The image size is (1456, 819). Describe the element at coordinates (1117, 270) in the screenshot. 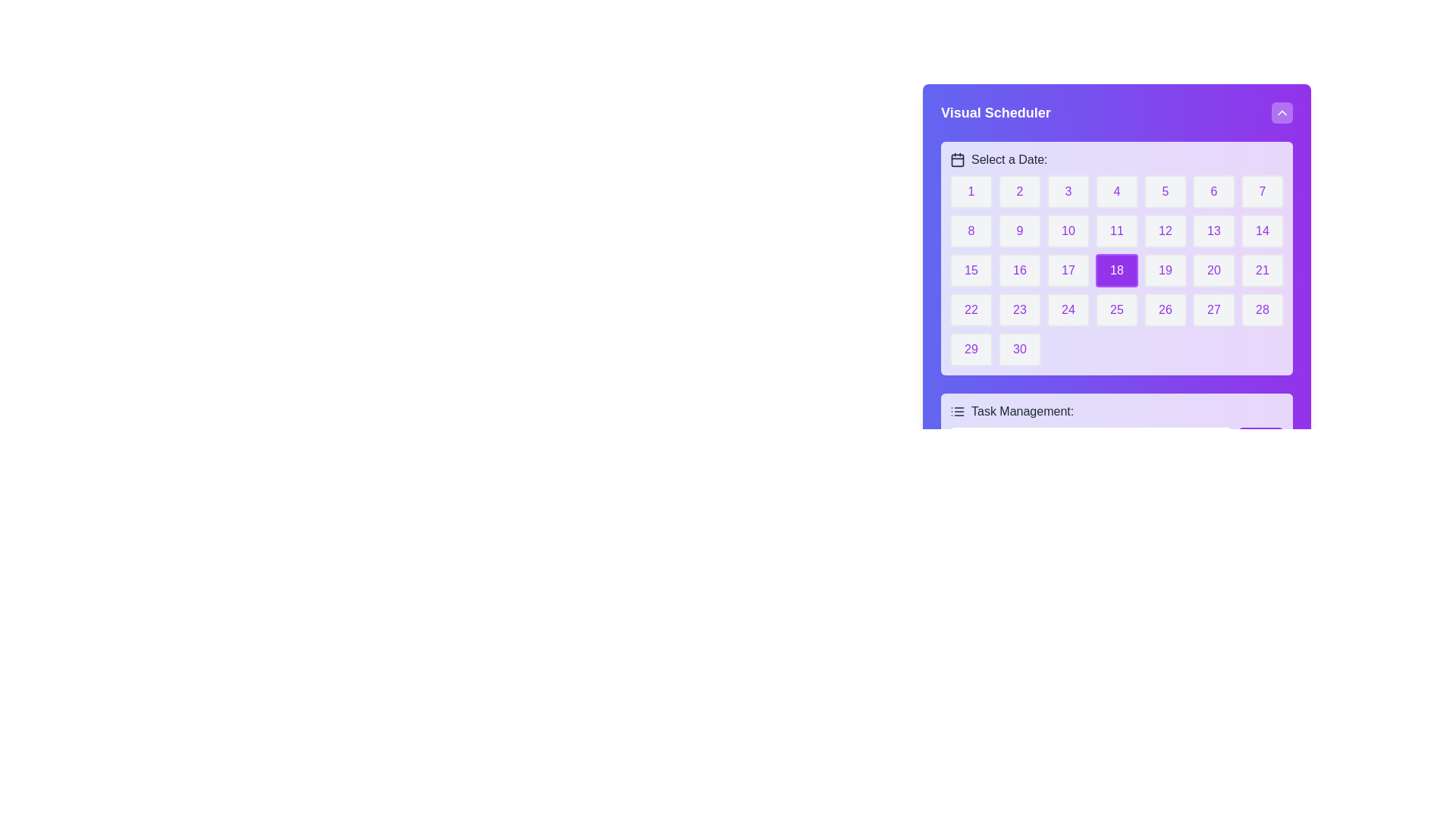

I see `the purple-highlighted button labeled '18' located in the fourth row and fourth column of the date selection panel` at that location.